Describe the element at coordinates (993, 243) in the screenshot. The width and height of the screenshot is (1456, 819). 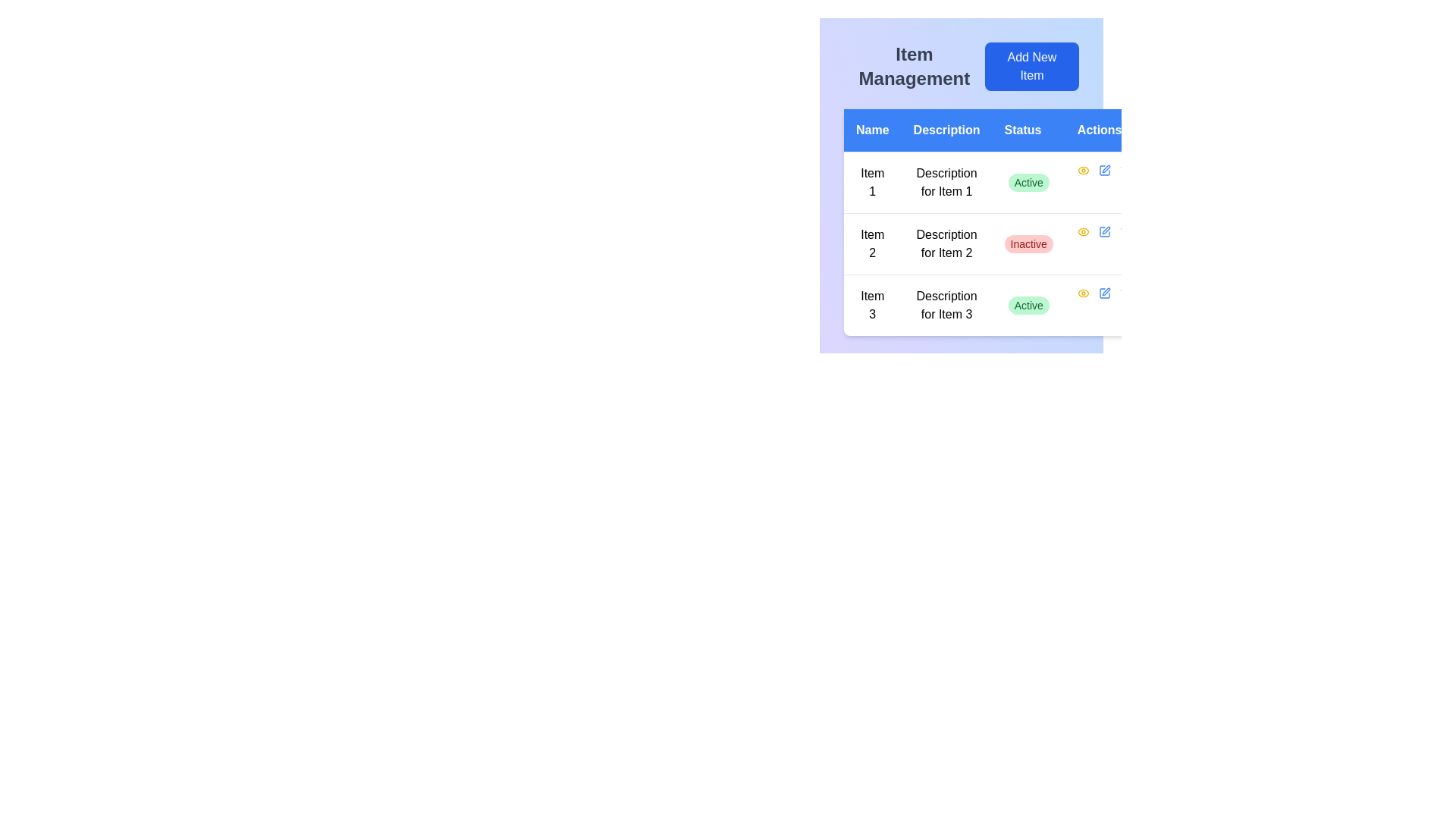
I see `status and other details of the second row in the tabular layout representing 'Description for Item 2' with status 'Inactive'` at that location.